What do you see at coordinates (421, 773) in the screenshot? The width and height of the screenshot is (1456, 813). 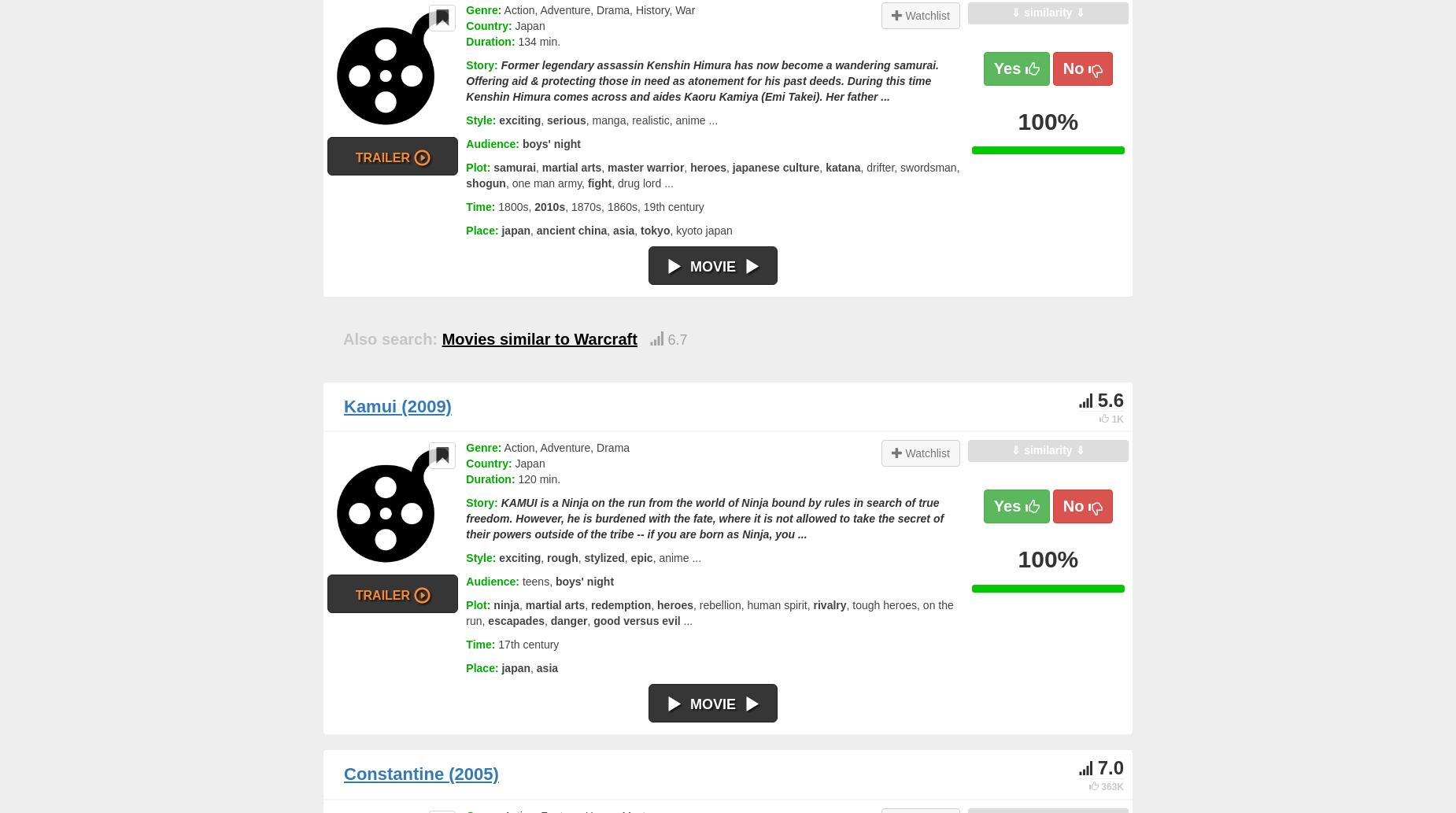 I see `'Constantine (2005)'` at bounding box center [421, 773].